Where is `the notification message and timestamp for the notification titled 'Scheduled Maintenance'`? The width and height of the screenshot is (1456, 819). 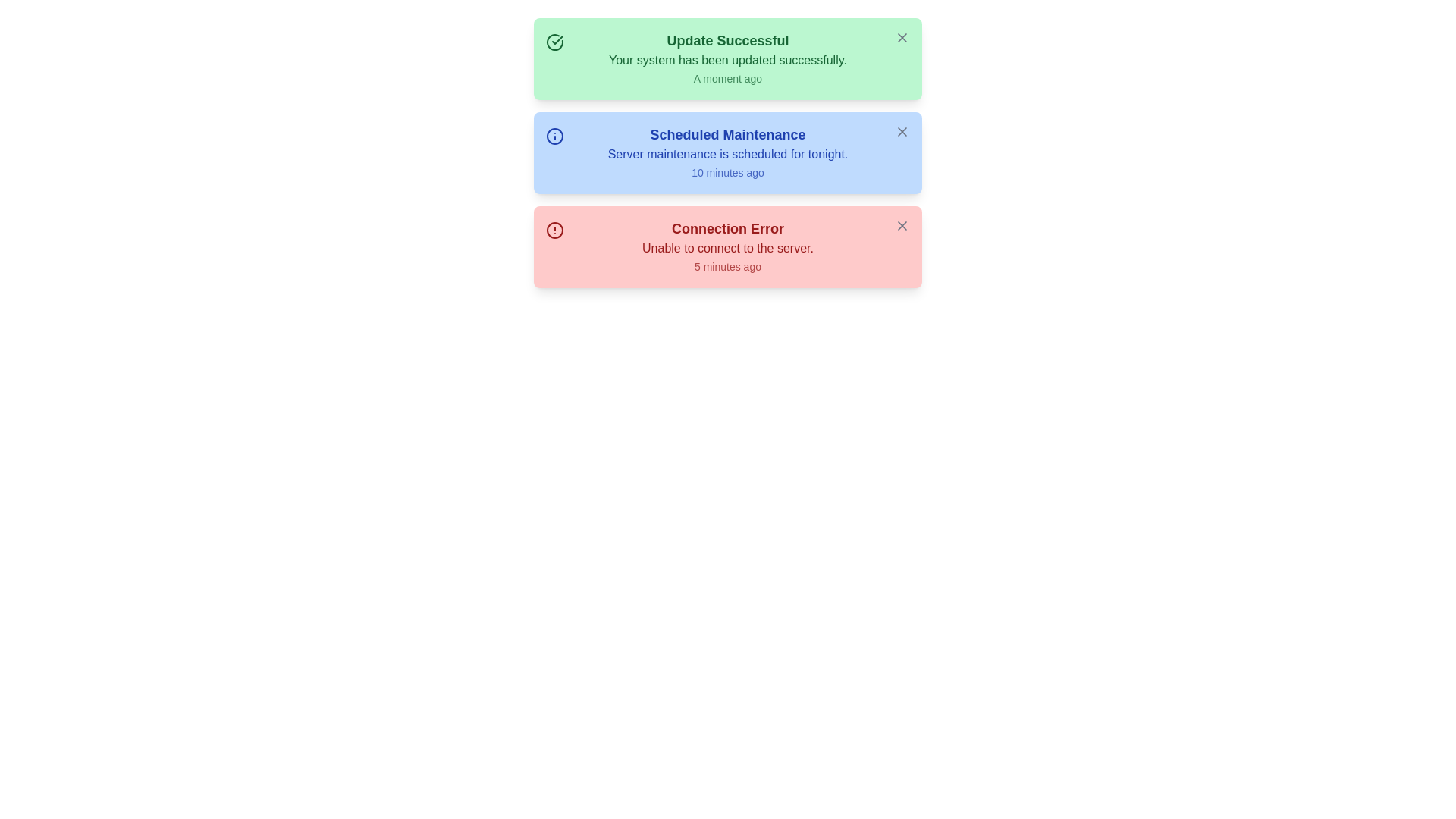
the notification message and timestamp for the notification titled 'Scheduled Maintenance' is located at coordinates (728, 152).